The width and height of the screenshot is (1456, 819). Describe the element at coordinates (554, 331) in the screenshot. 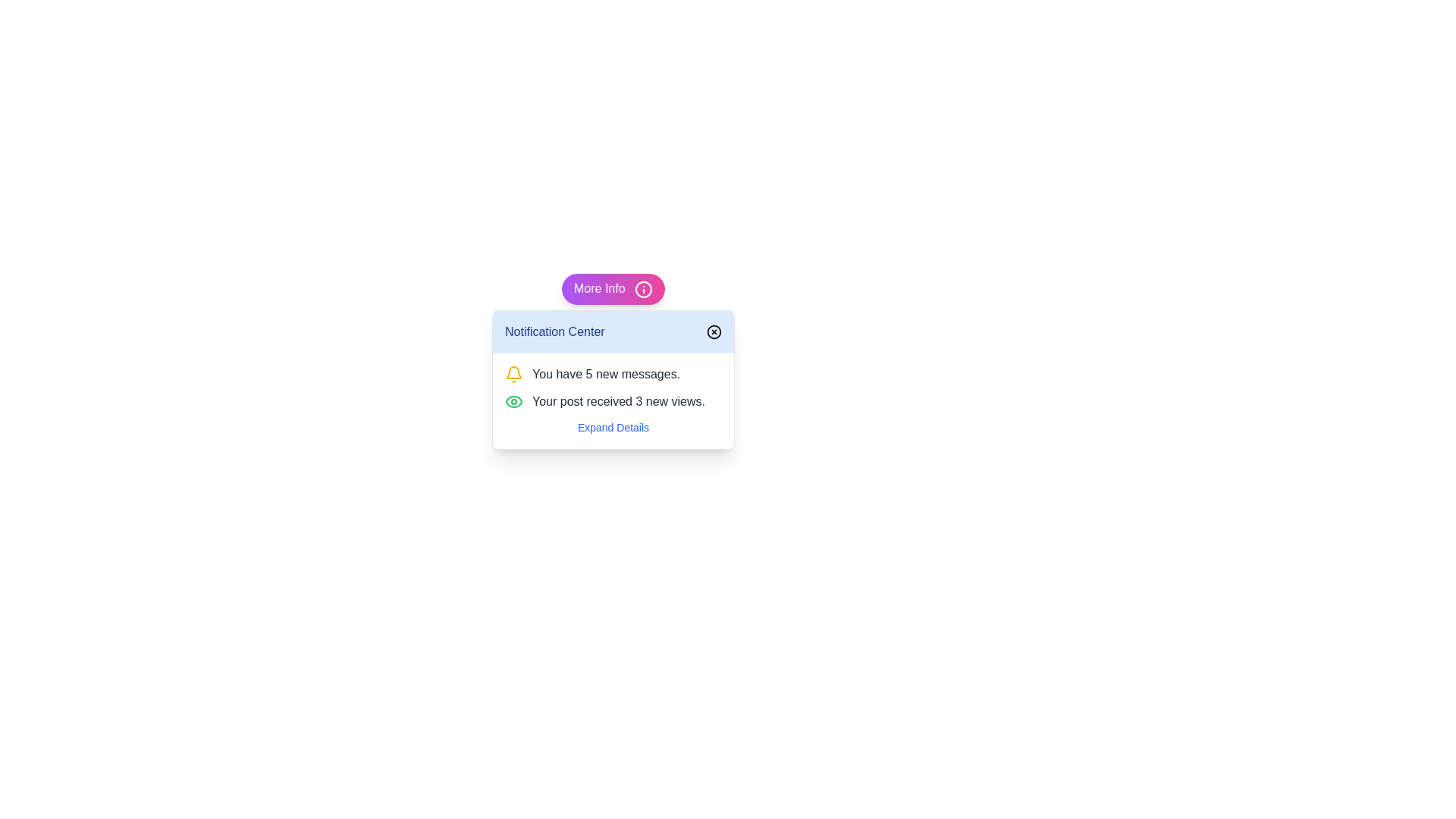

I see `the 'Notification Center' text label which is displayed in bold and dark blue font at the top of the section with a light blue background` at that location.